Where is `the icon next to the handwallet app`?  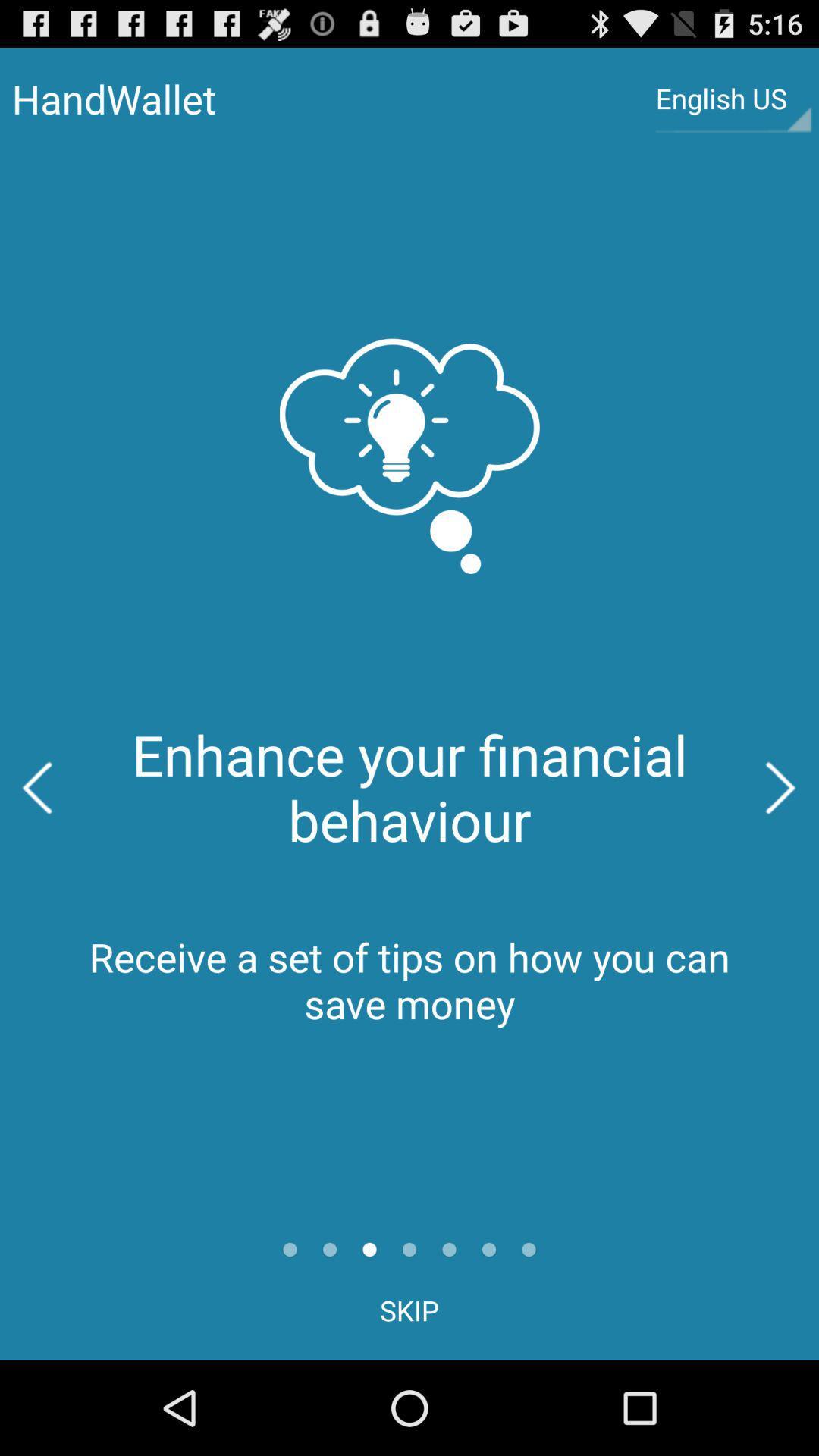 the icon next to the handwallet app is located at coordinates (733, 98).